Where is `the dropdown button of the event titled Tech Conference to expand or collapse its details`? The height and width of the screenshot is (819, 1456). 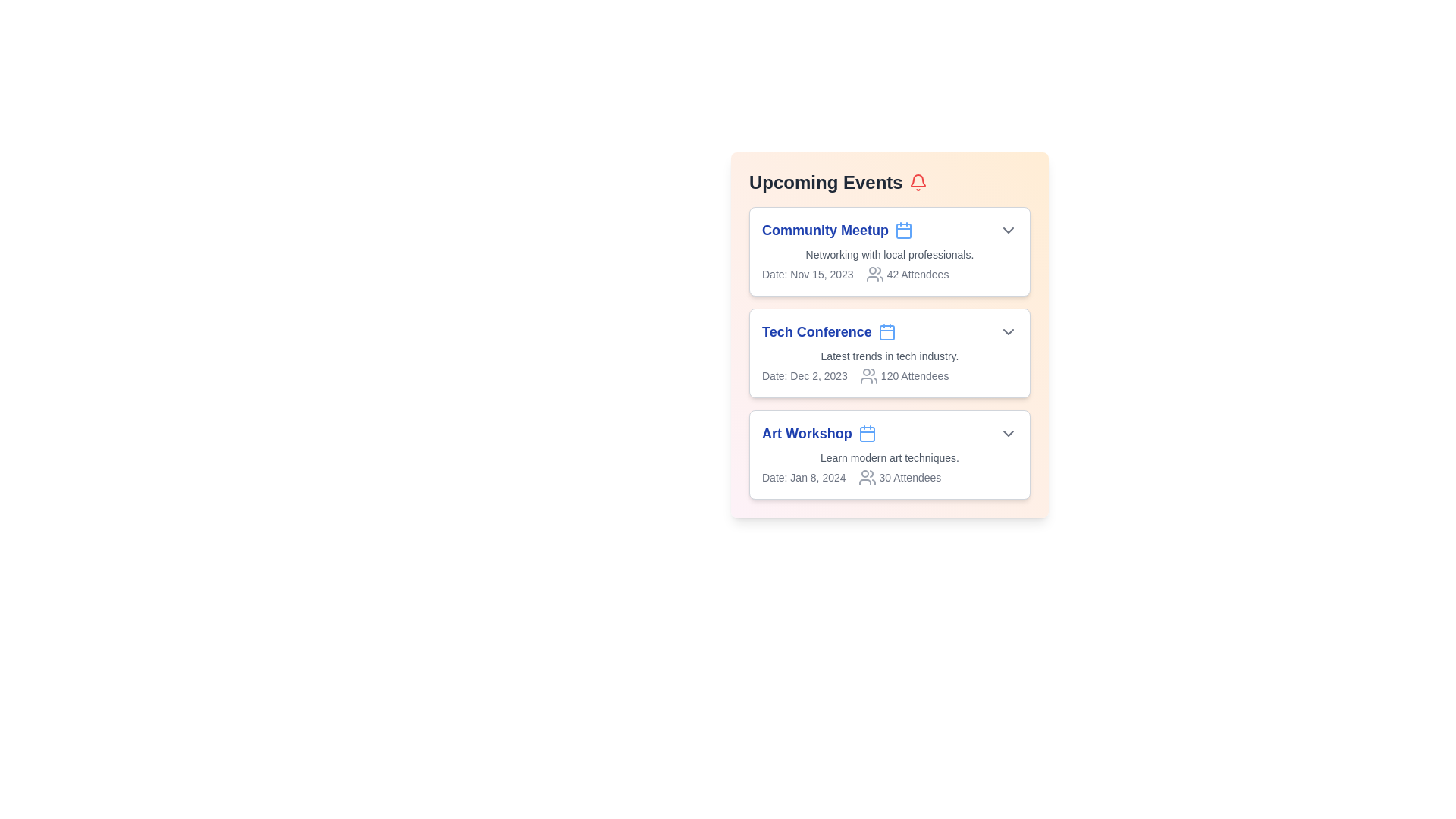 the dropdown button of the event titled Tech Conference to expand or collapse its details is located at coordinates (1008, 331).